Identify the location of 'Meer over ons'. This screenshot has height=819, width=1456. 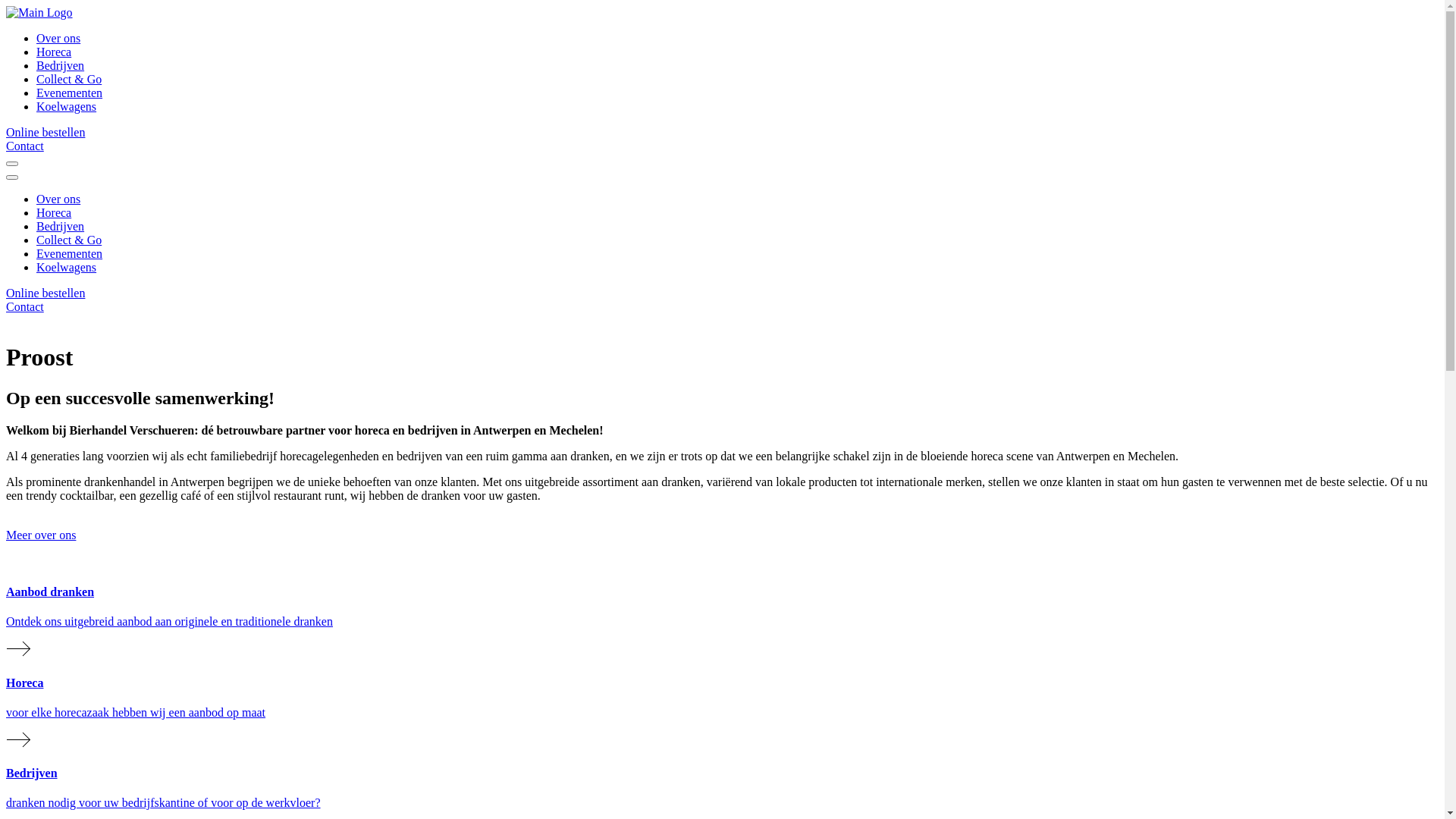
(40, 534).